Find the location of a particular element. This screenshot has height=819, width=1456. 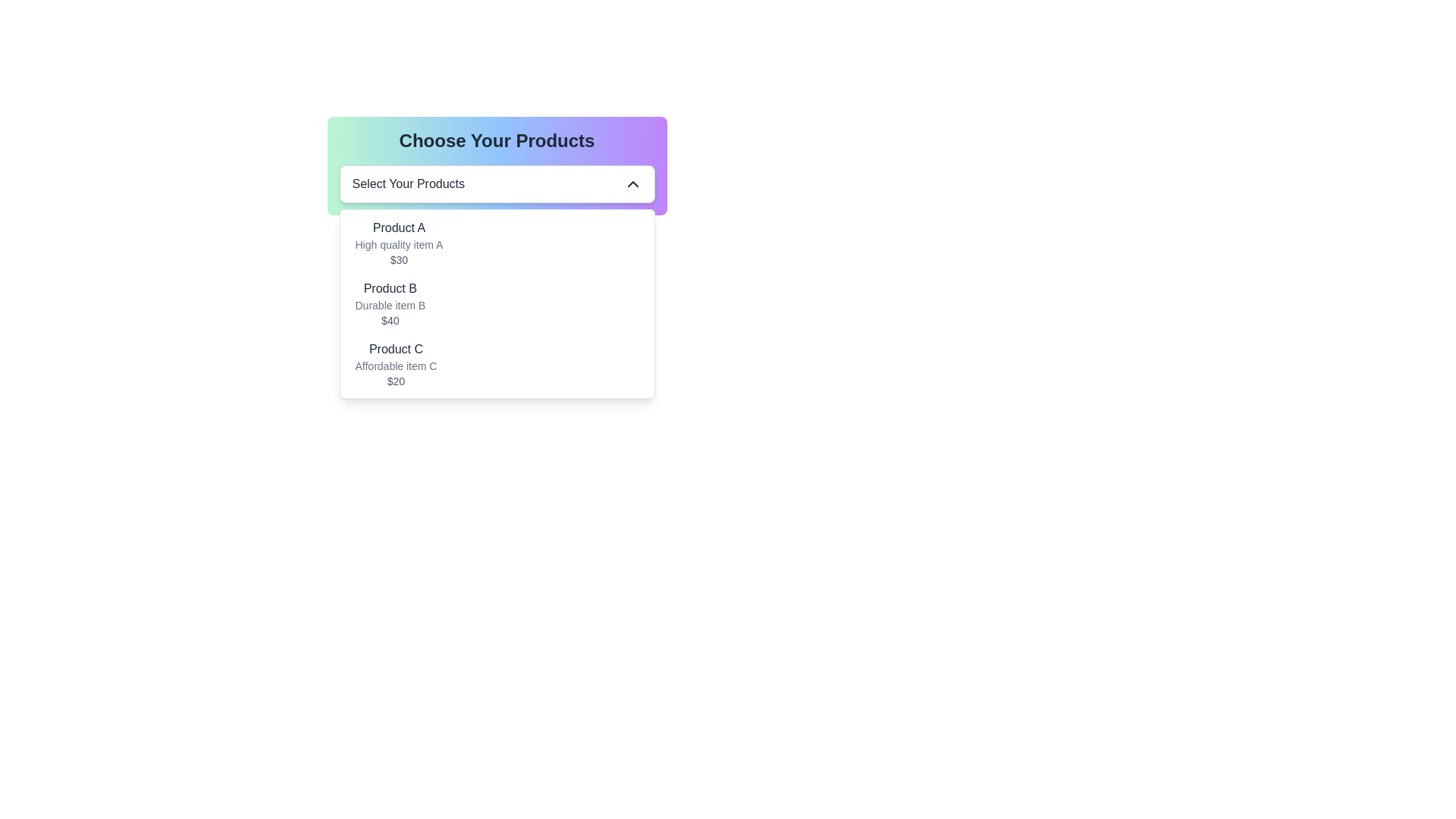

the second list item in the dropdown menu is located at coordinates (390, 304).